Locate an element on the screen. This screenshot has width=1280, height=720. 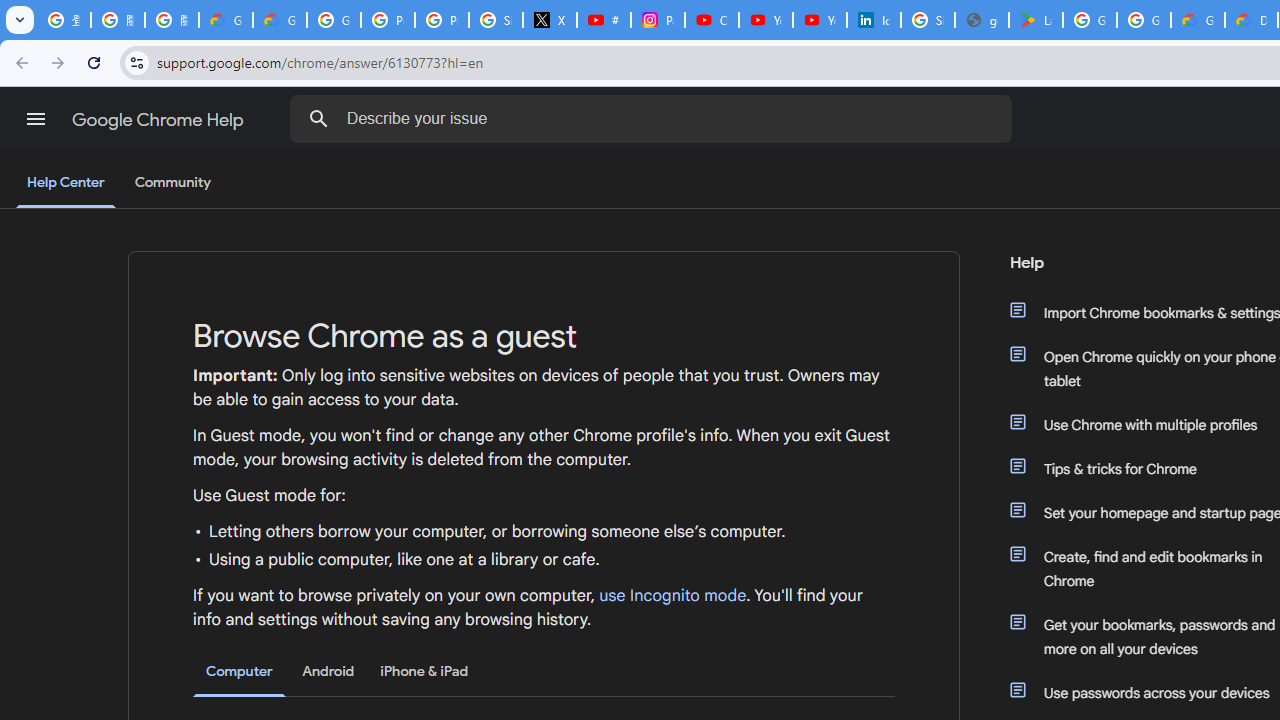
'Google Cloud Privacy Notice' is located at coordinates (225, 20).